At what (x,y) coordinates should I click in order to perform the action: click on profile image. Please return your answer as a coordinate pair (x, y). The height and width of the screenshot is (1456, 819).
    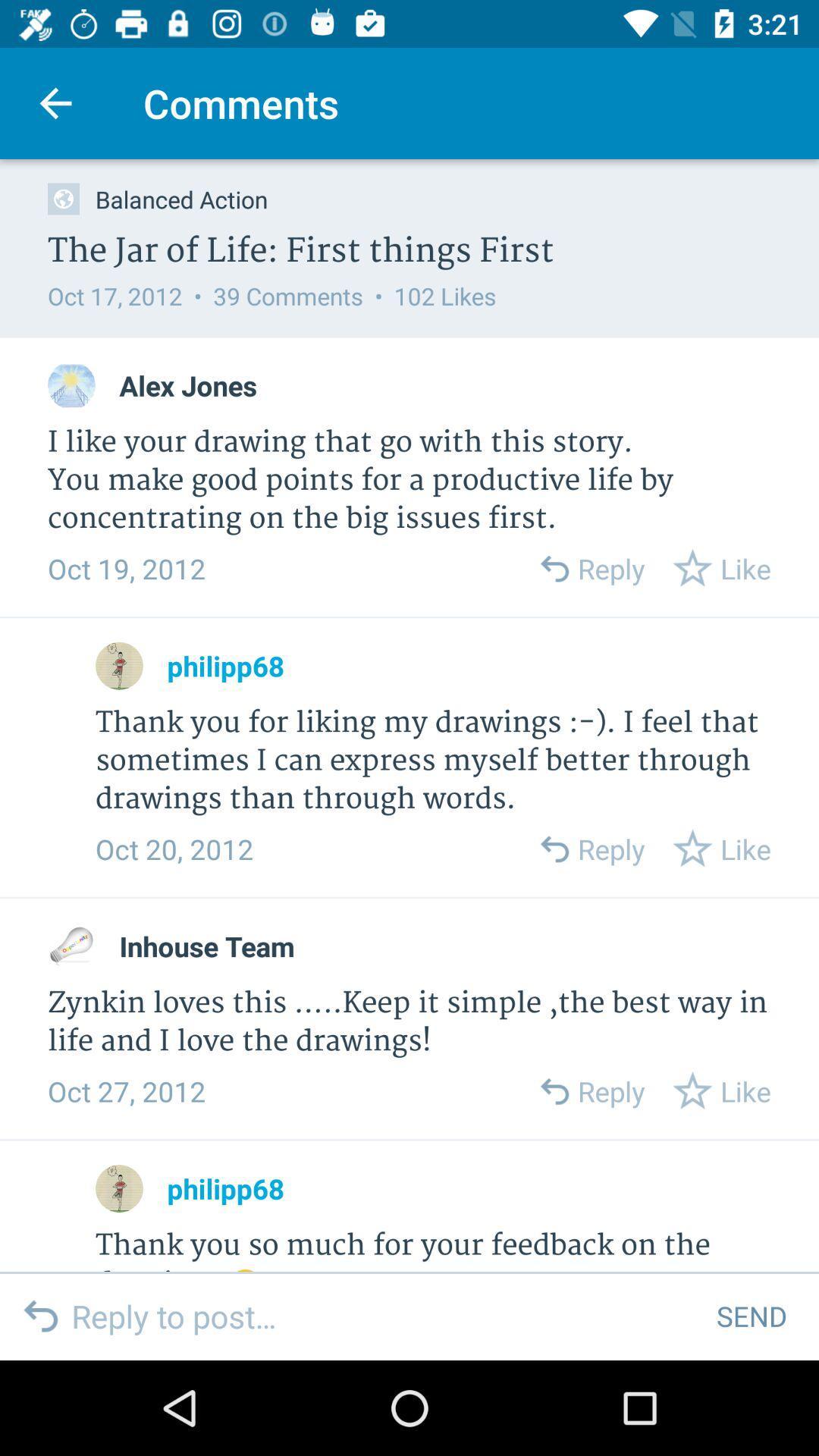
    Looking at the image, I should click on (71, 946).